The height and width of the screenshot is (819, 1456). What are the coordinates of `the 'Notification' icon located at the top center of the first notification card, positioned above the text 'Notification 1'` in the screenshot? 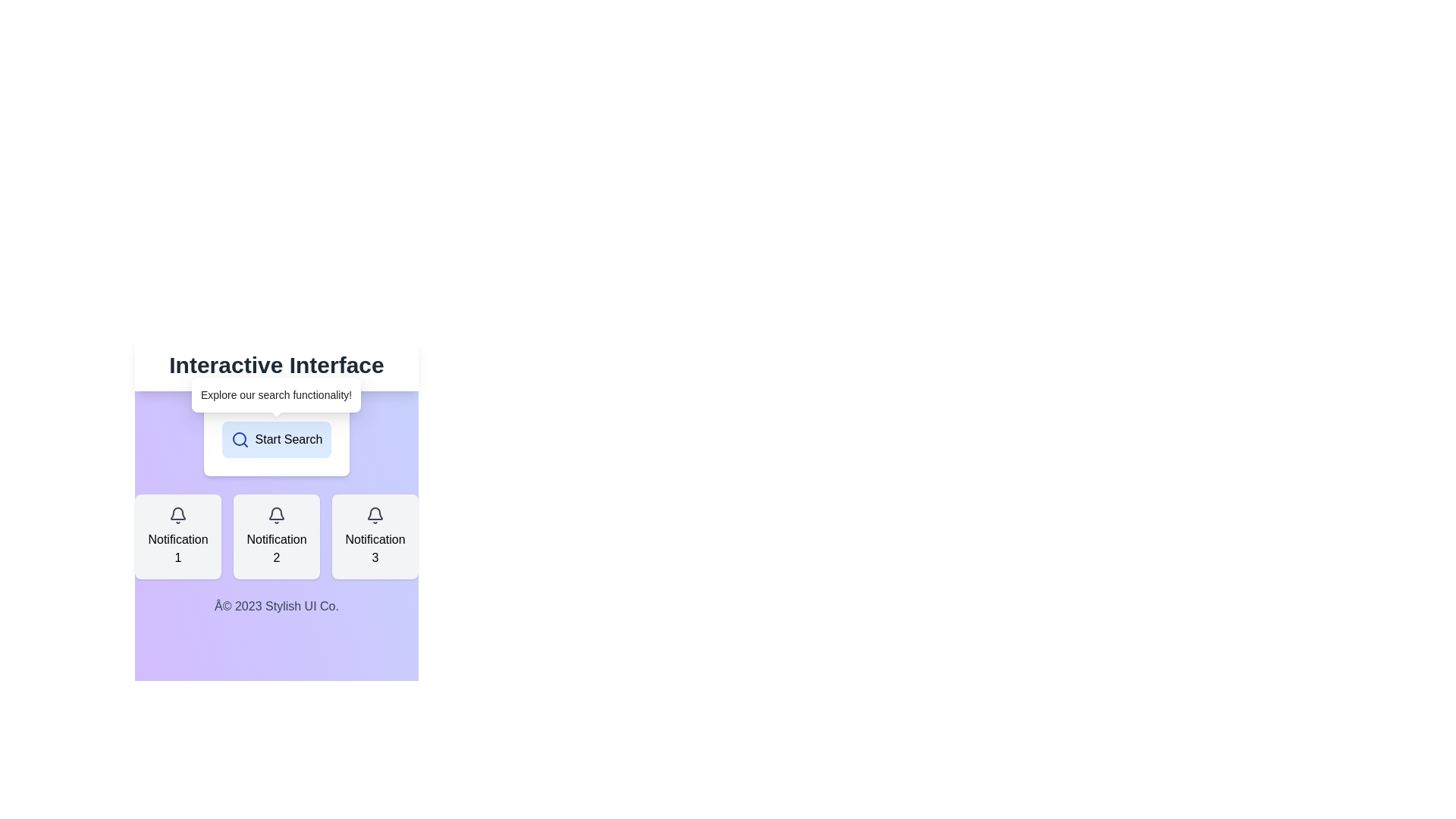 It's located at (178, 514).